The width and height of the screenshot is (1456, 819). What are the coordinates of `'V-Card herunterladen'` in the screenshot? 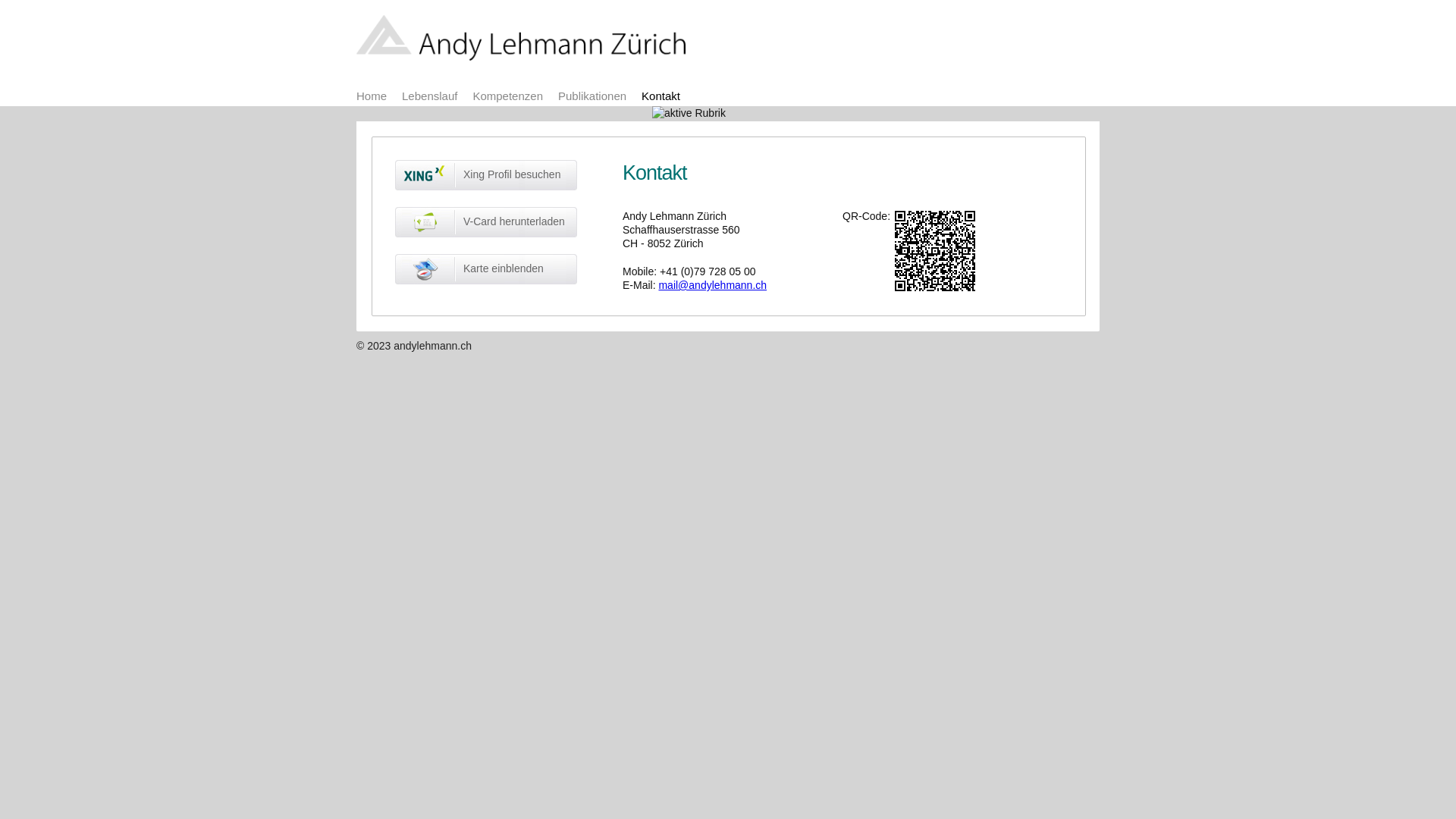 It's located at (395, 222).